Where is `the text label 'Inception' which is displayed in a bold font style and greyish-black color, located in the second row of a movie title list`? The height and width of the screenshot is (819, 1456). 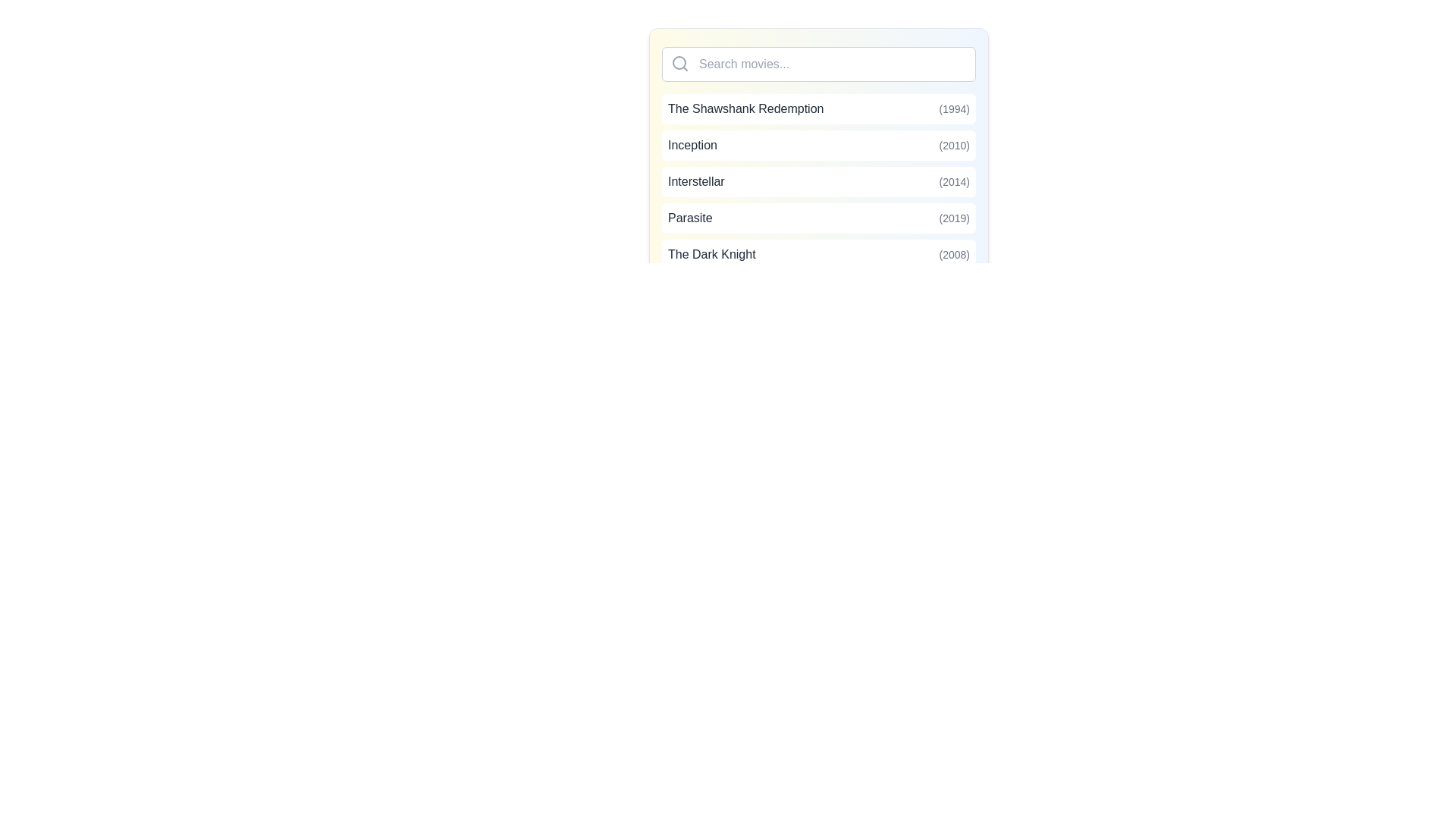 the text label 'Inception' which is displayed in a bold font style and greyish-black color, located in the second row of a movie title list is located at coordinates (692, 146).